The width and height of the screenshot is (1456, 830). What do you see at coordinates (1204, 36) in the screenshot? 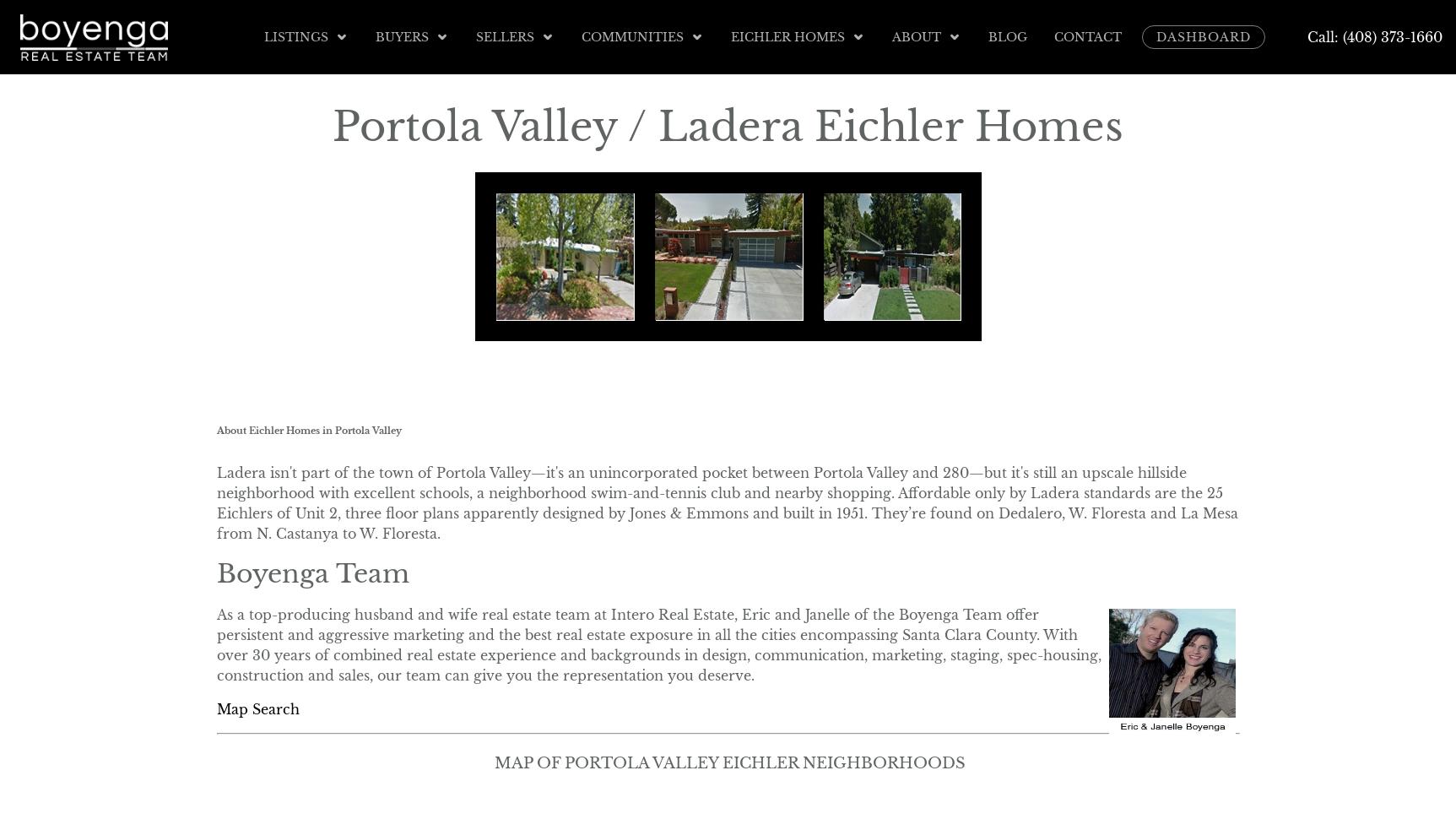
I see `'Dashboard'` at bounding box center [1204, 36].